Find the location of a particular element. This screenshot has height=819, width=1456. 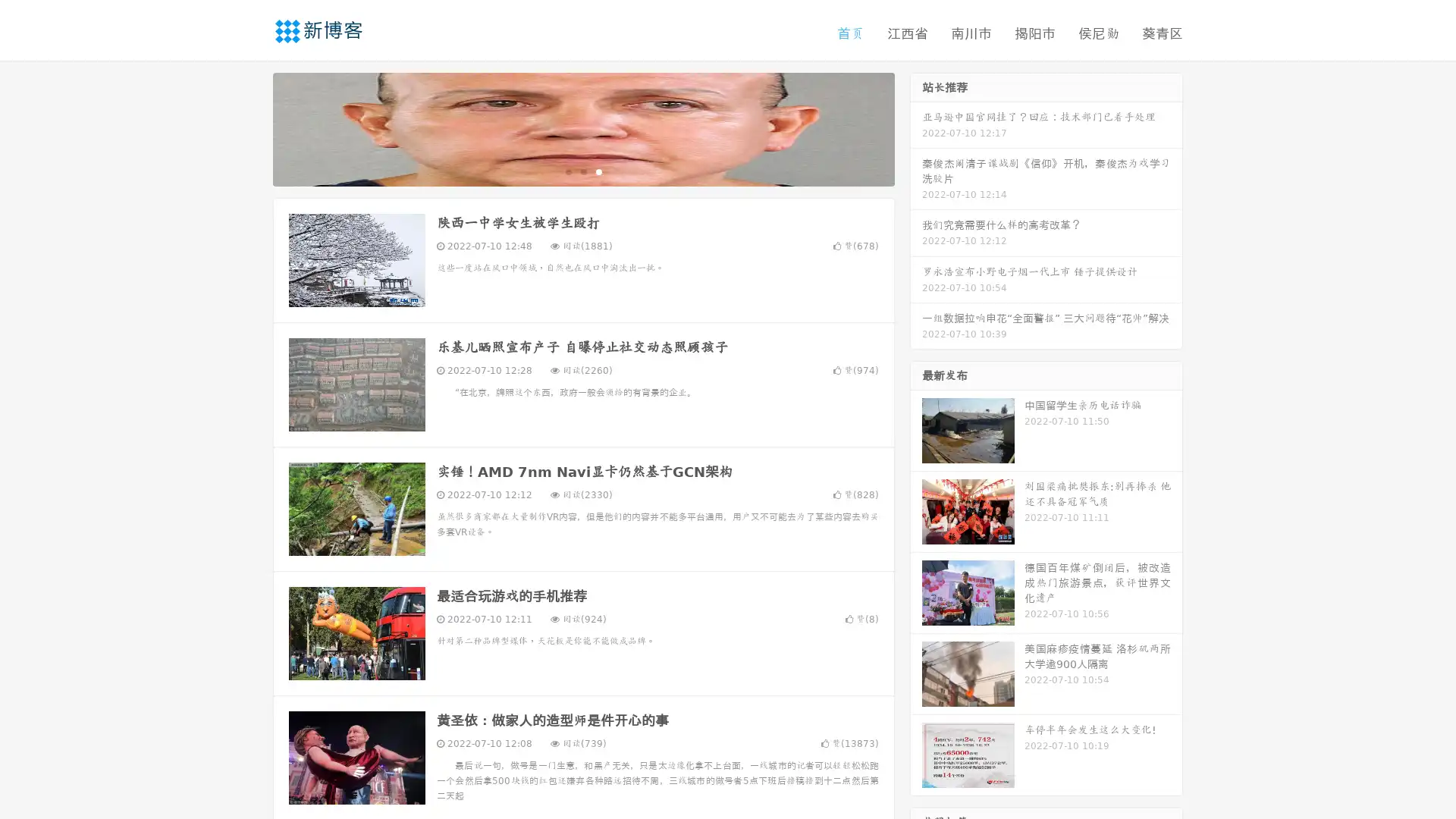

Next slide is located at coordinates (916, 127).